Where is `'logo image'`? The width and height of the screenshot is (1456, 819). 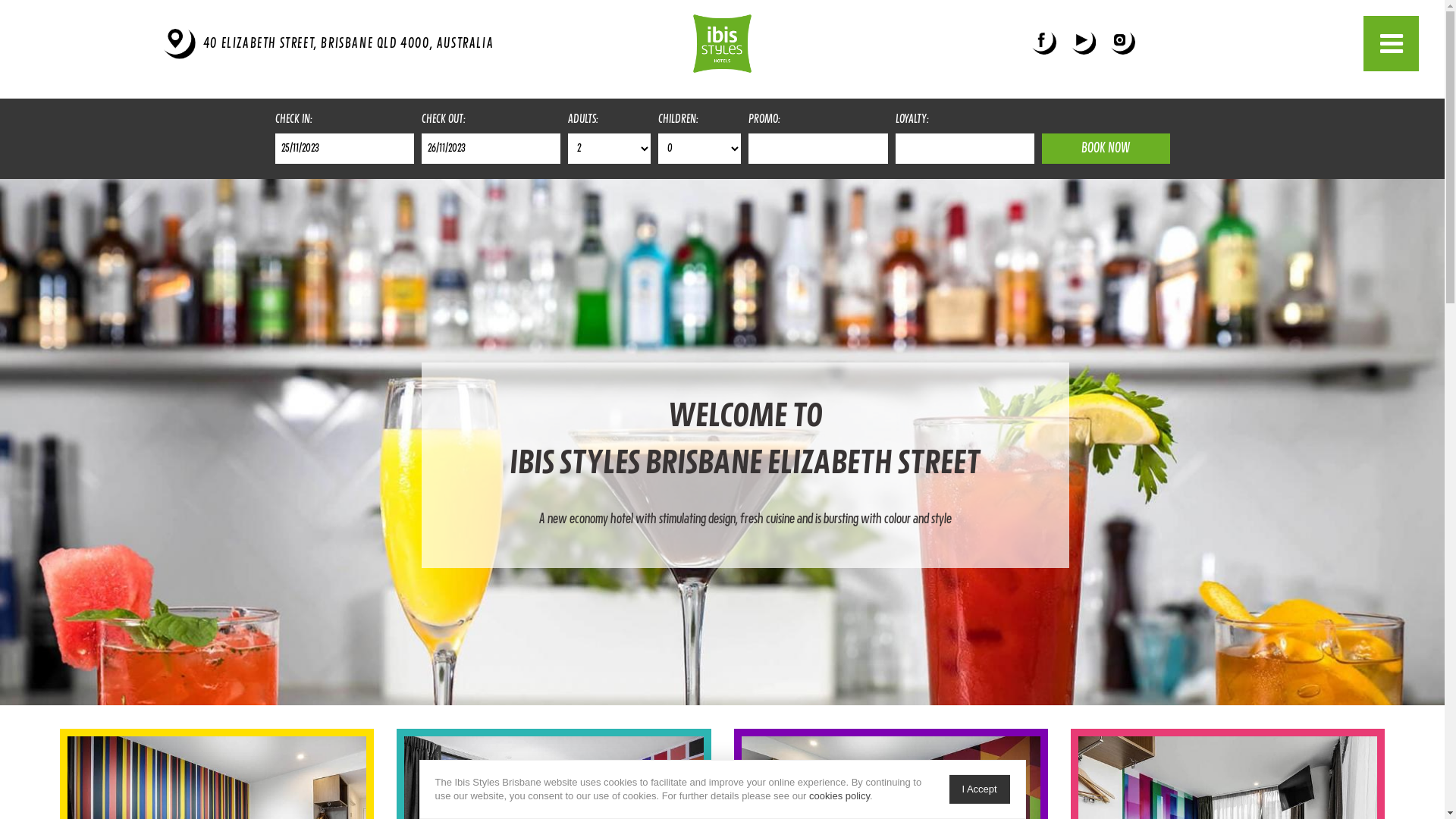 'logo image' is located at coordinates (721, 42).